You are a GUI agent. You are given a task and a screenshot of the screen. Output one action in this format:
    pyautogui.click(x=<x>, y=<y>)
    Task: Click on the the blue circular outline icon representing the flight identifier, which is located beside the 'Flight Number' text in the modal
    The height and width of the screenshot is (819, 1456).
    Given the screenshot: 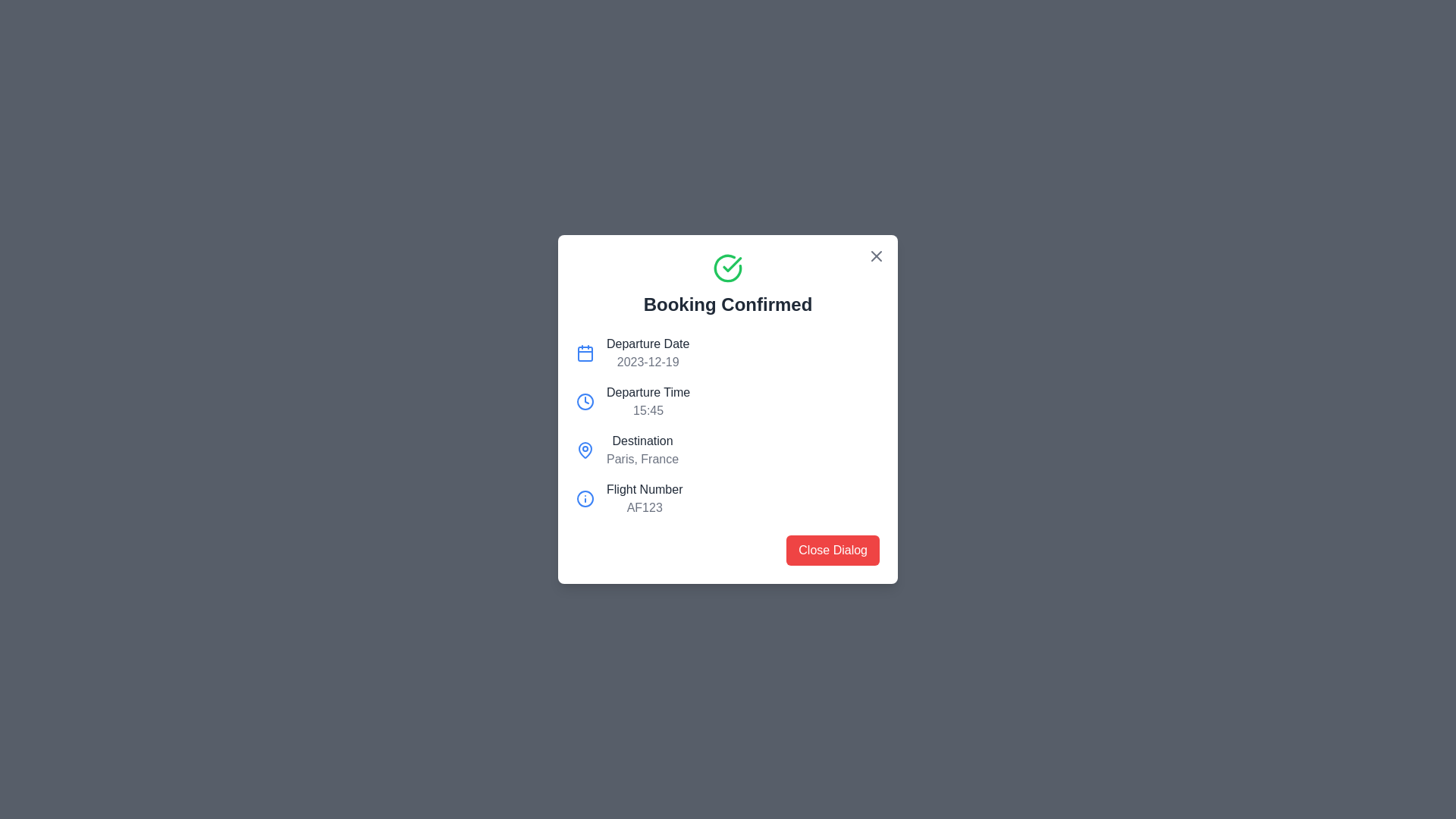 What is the action you would take?
    pyautogui.click(x=585, y=499)
    